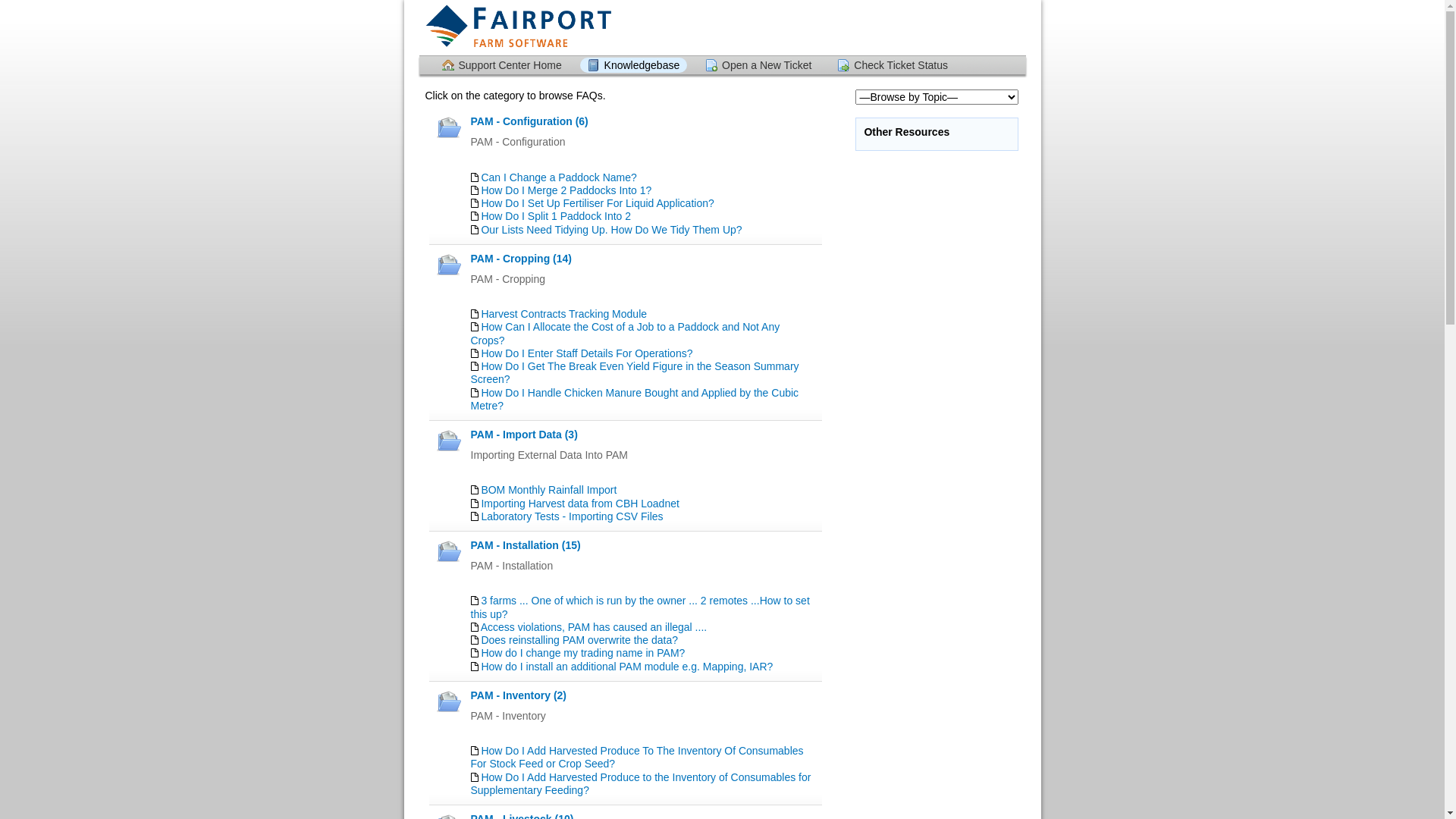 The height and width of the screenshot is (819, 1456). I want to click on 'Open a New Ticket', so click(758, 64).